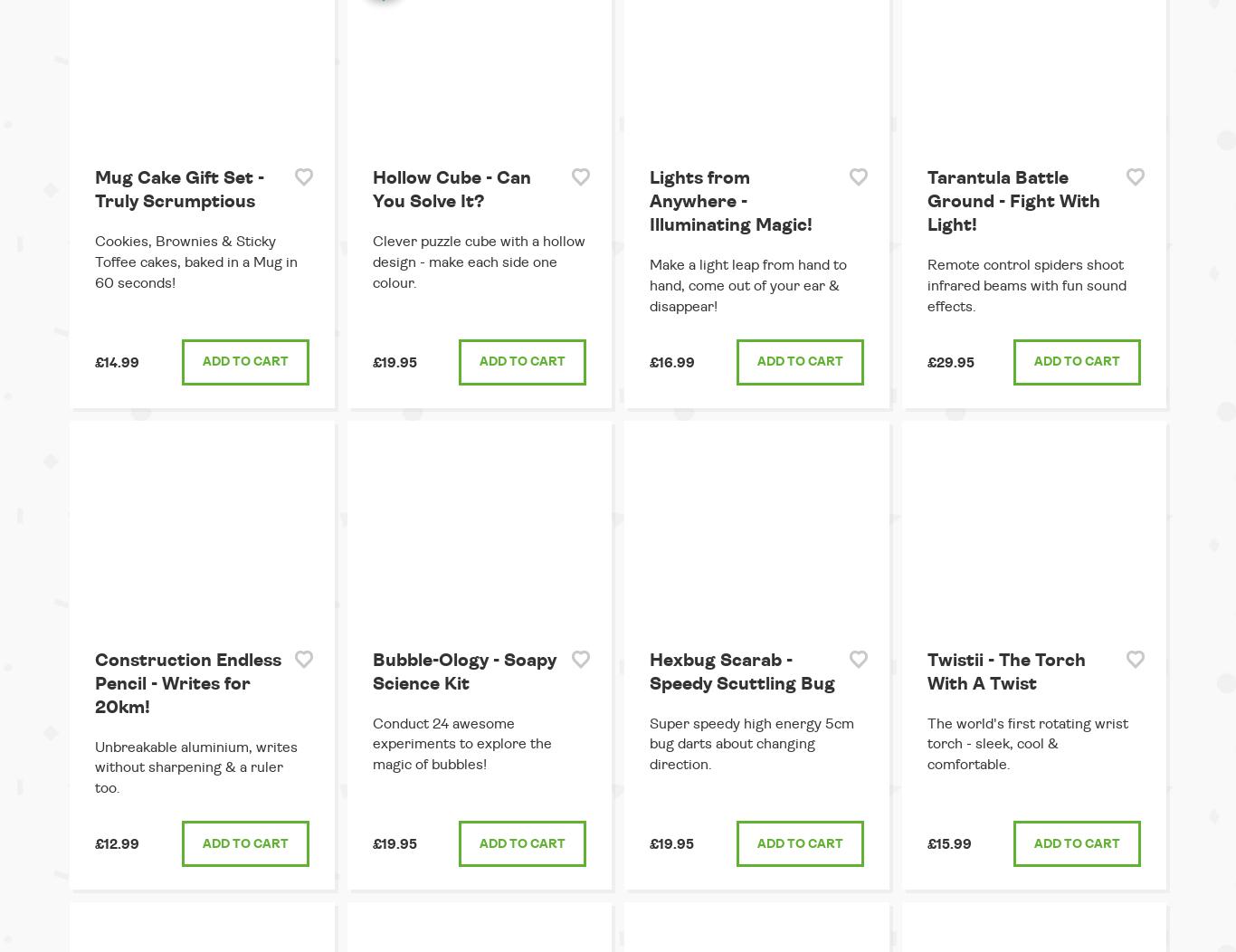 Image resolution: width=1236 pixels, height=952 pixels. I want to click on '£14.99', so click(116, 361).